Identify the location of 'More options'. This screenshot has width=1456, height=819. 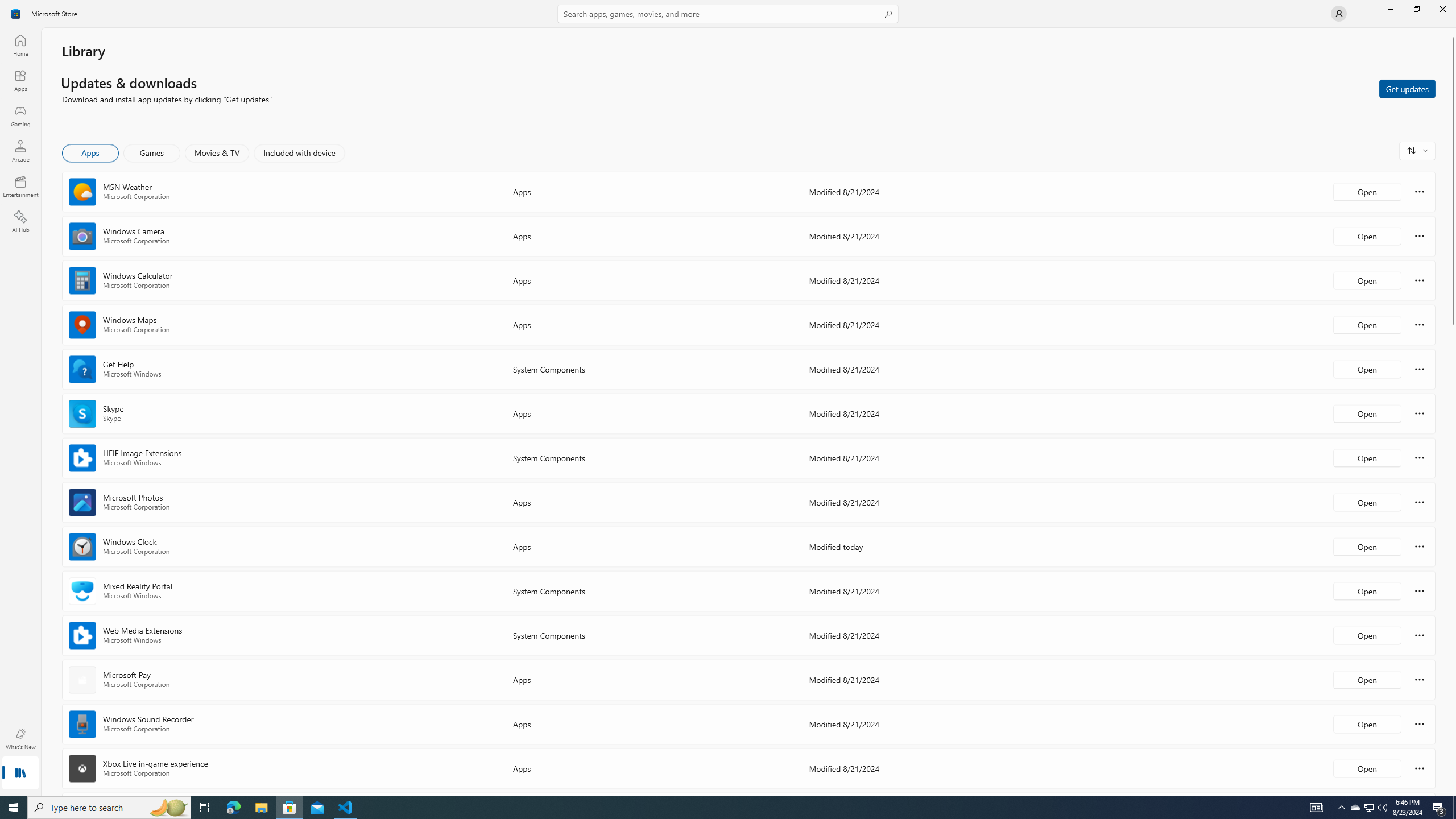
(1419, 767).